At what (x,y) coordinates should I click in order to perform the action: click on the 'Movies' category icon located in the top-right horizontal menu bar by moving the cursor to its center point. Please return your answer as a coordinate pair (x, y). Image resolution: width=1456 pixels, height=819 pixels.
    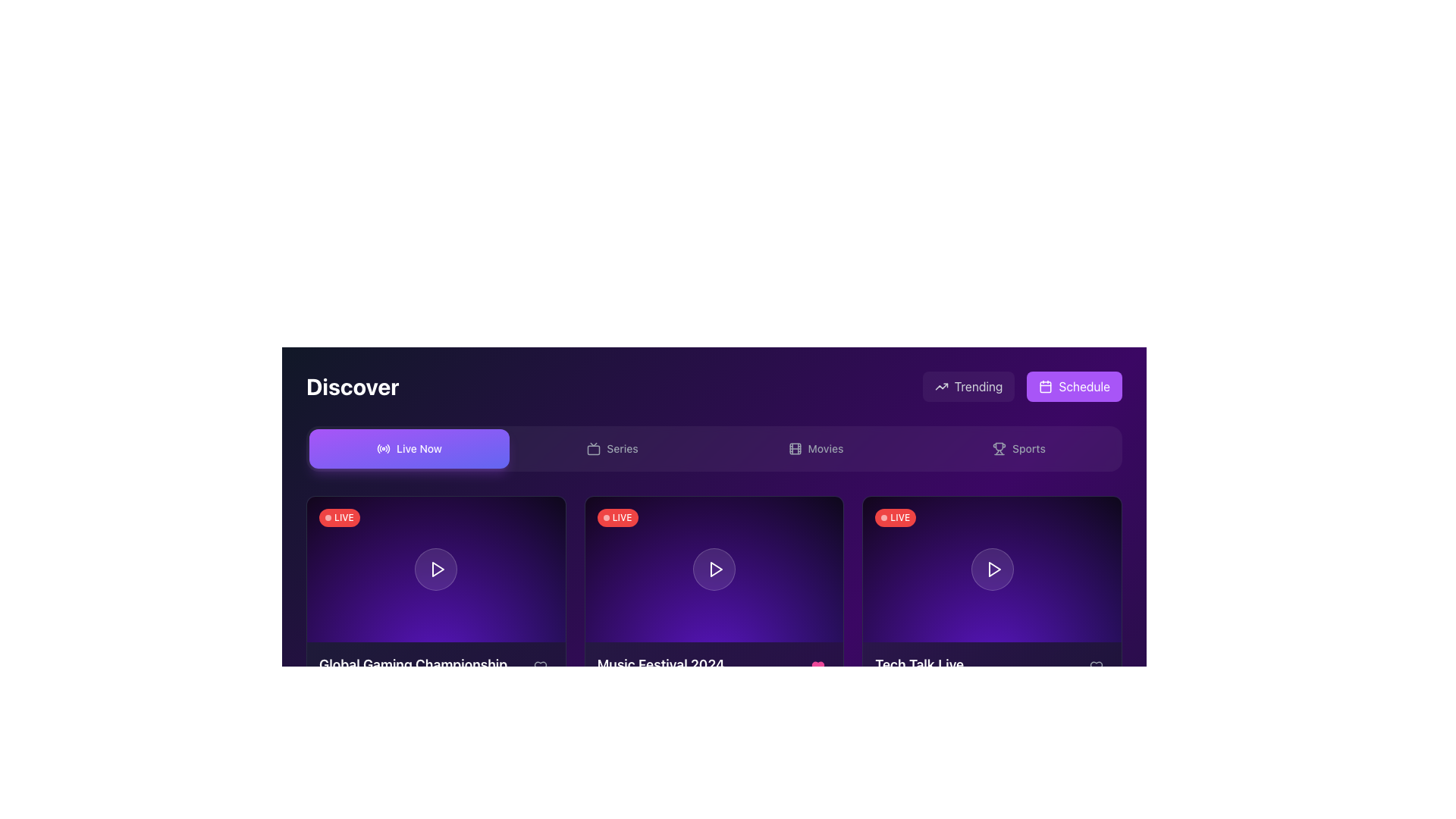
    Looking at the image, I should click on (794, 447).